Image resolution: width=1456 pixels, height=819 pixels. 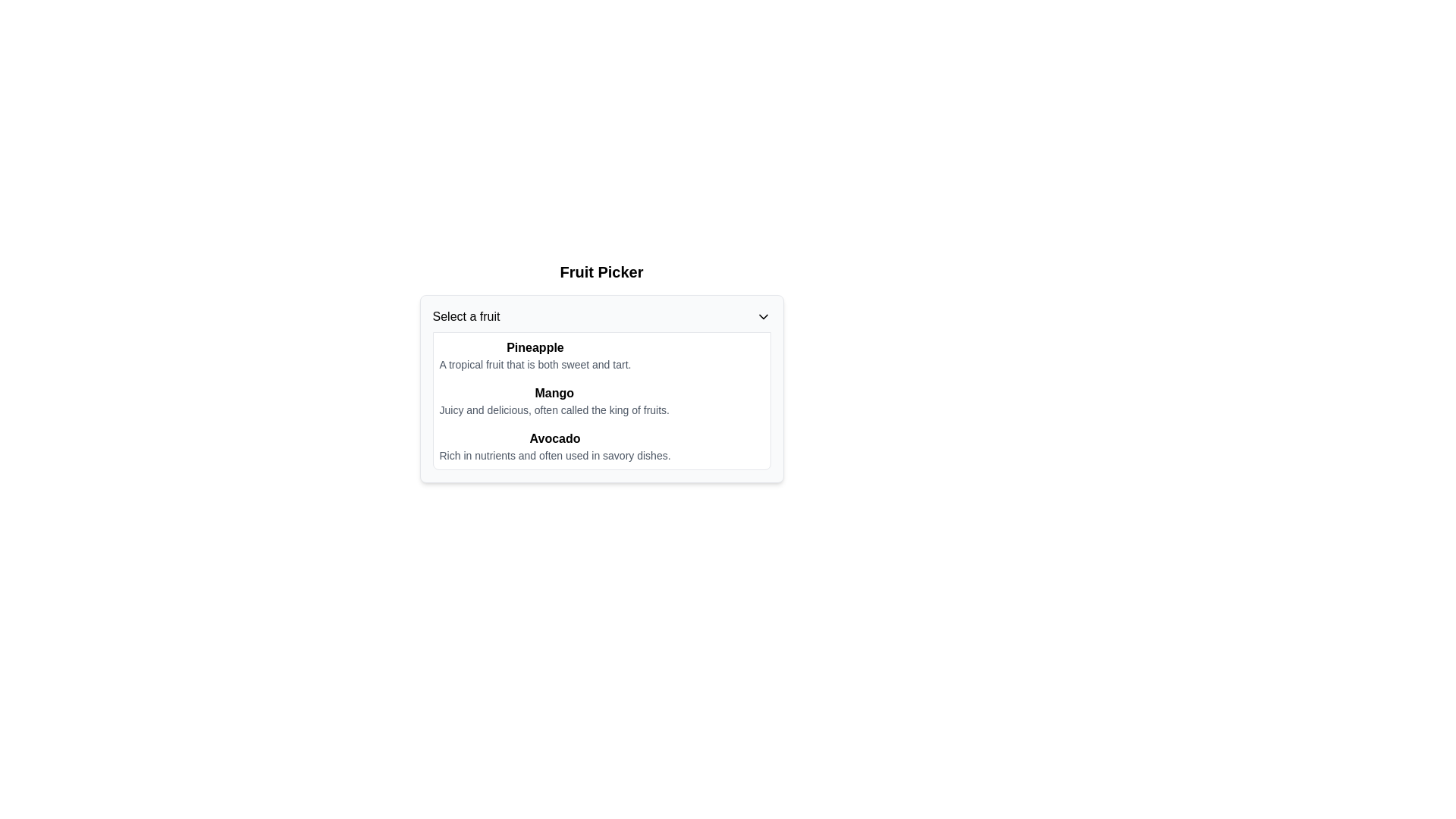 What do you see at coordinates (554, 400) in the screenshot?
I see `text item titled 'Mango' which contains the description 'Juicy and delicious, often called the king of fruits.' located in the center column under the 'Select a fruit' dropdown` at bounding box center [554, 400].